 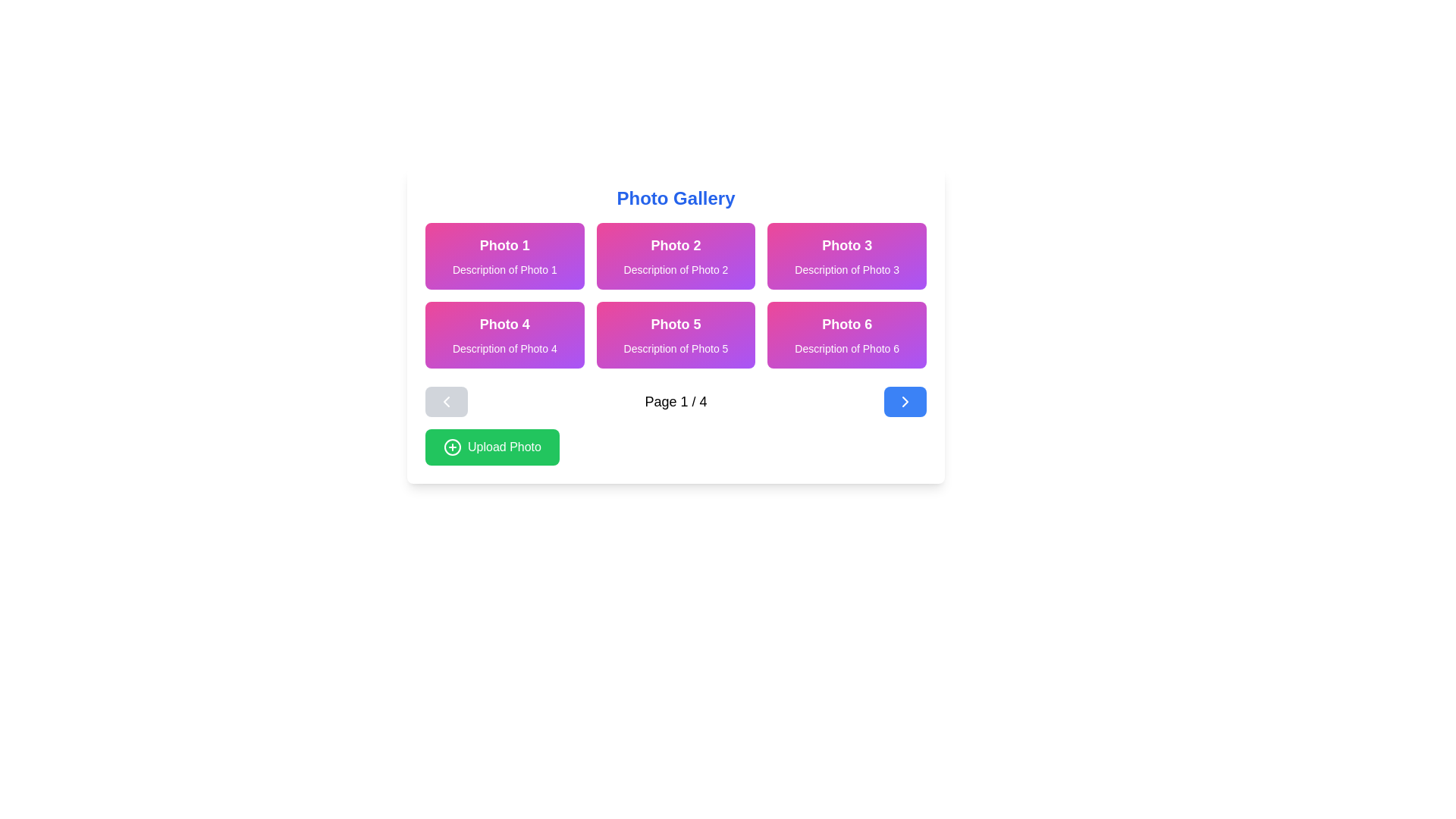 I want to click on the circular icon with a plus symbol inside the green 'Upload Photo' button to initiate the upload process, so click(x=451, y=447).